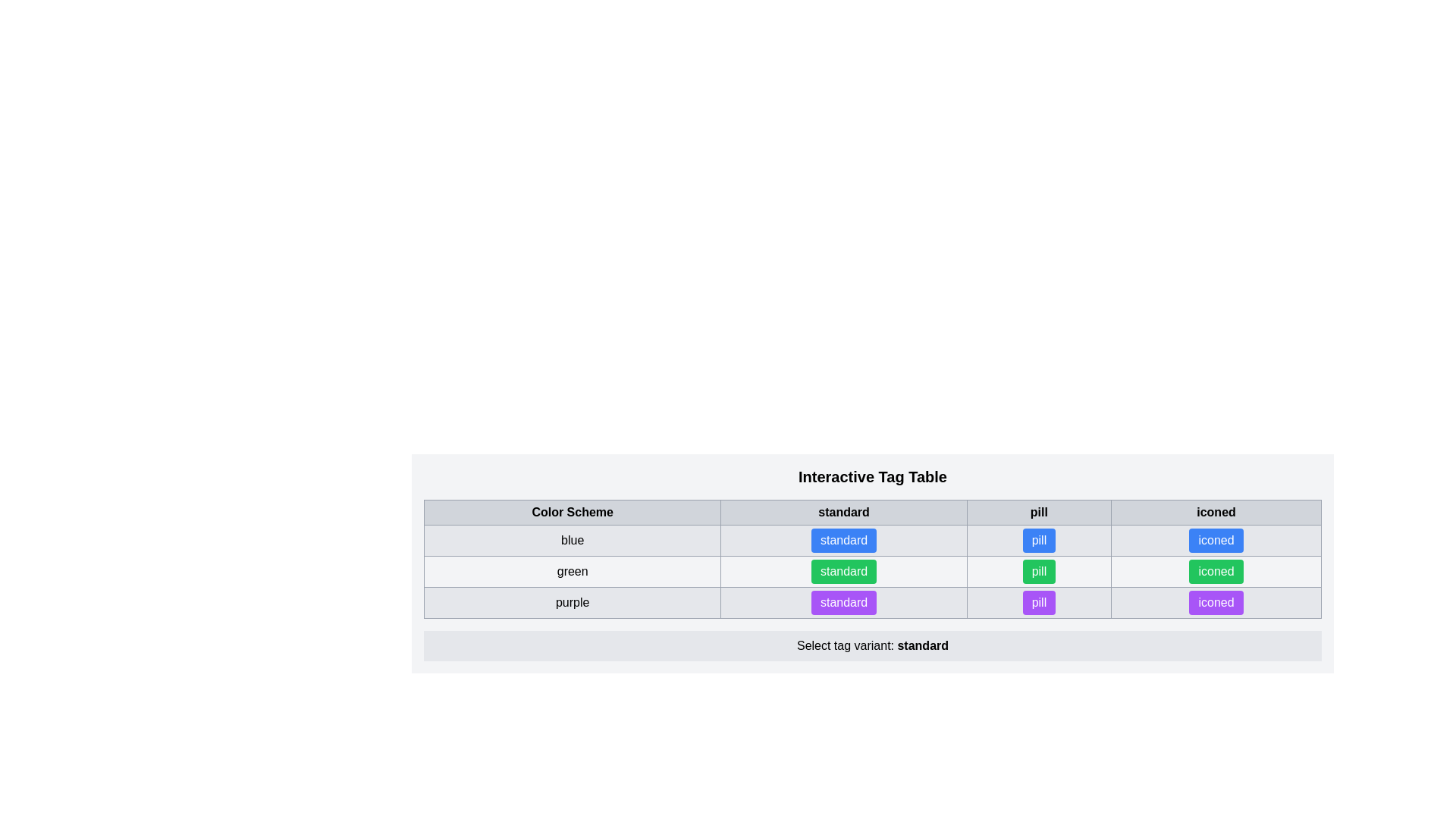  What do you see at coordinates (843, 571) in the screenshot?
I see `the 'standard' green button with white text in the second column of the 'Interactive Tag Table'` at bounding box center [843, 571].